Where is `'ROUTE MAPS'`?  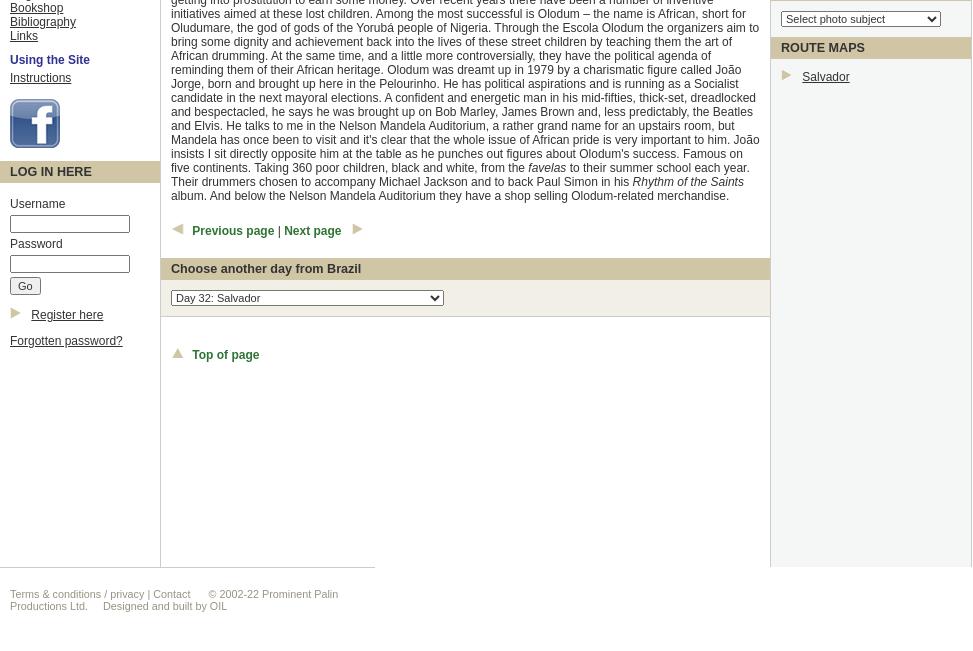 'ROUTE MAPS' is located at coordinates (780, 46).